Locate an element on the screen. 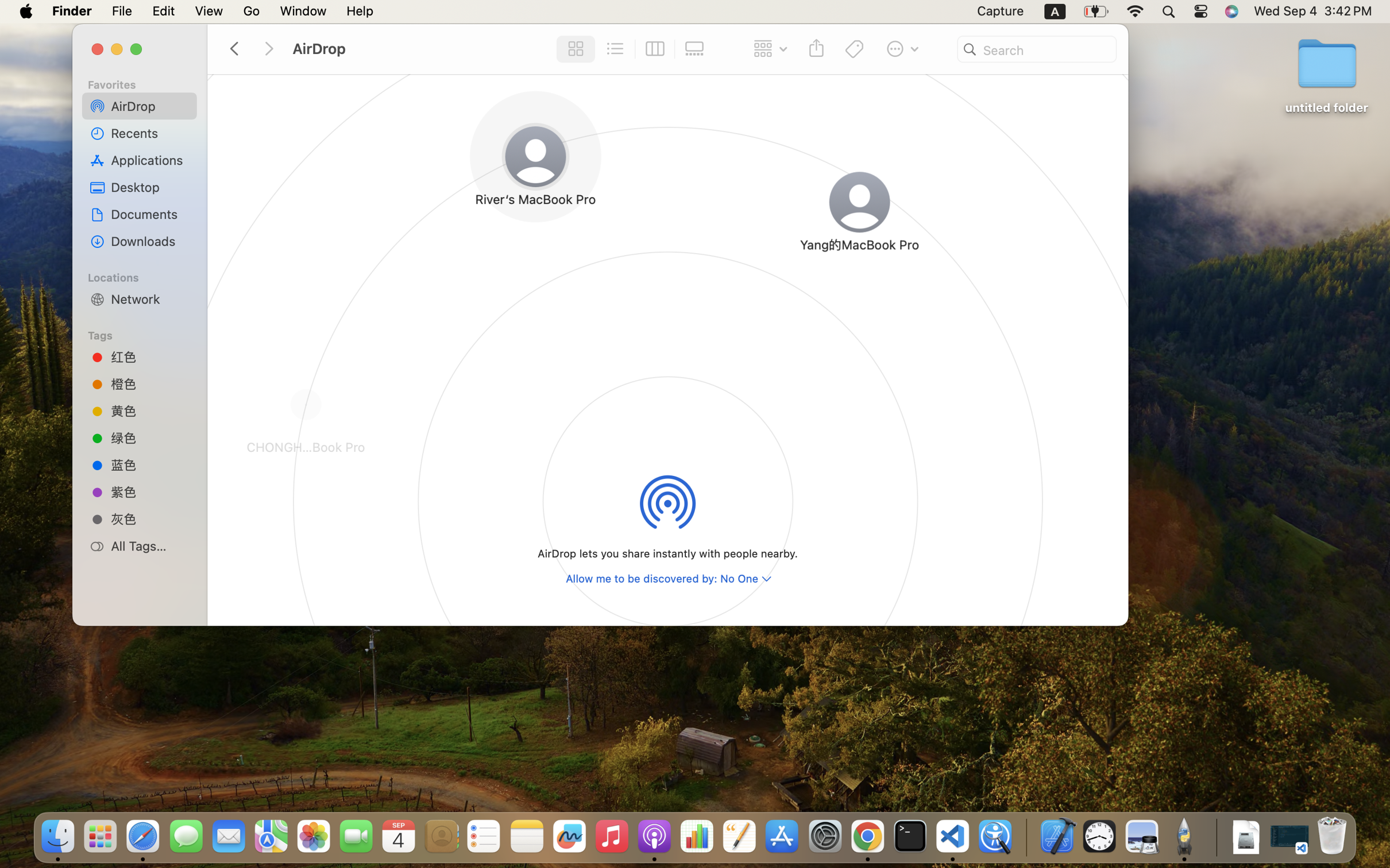 This screenshot has height=868, width=1390. '灰色' is located at coordinates (149, 519).